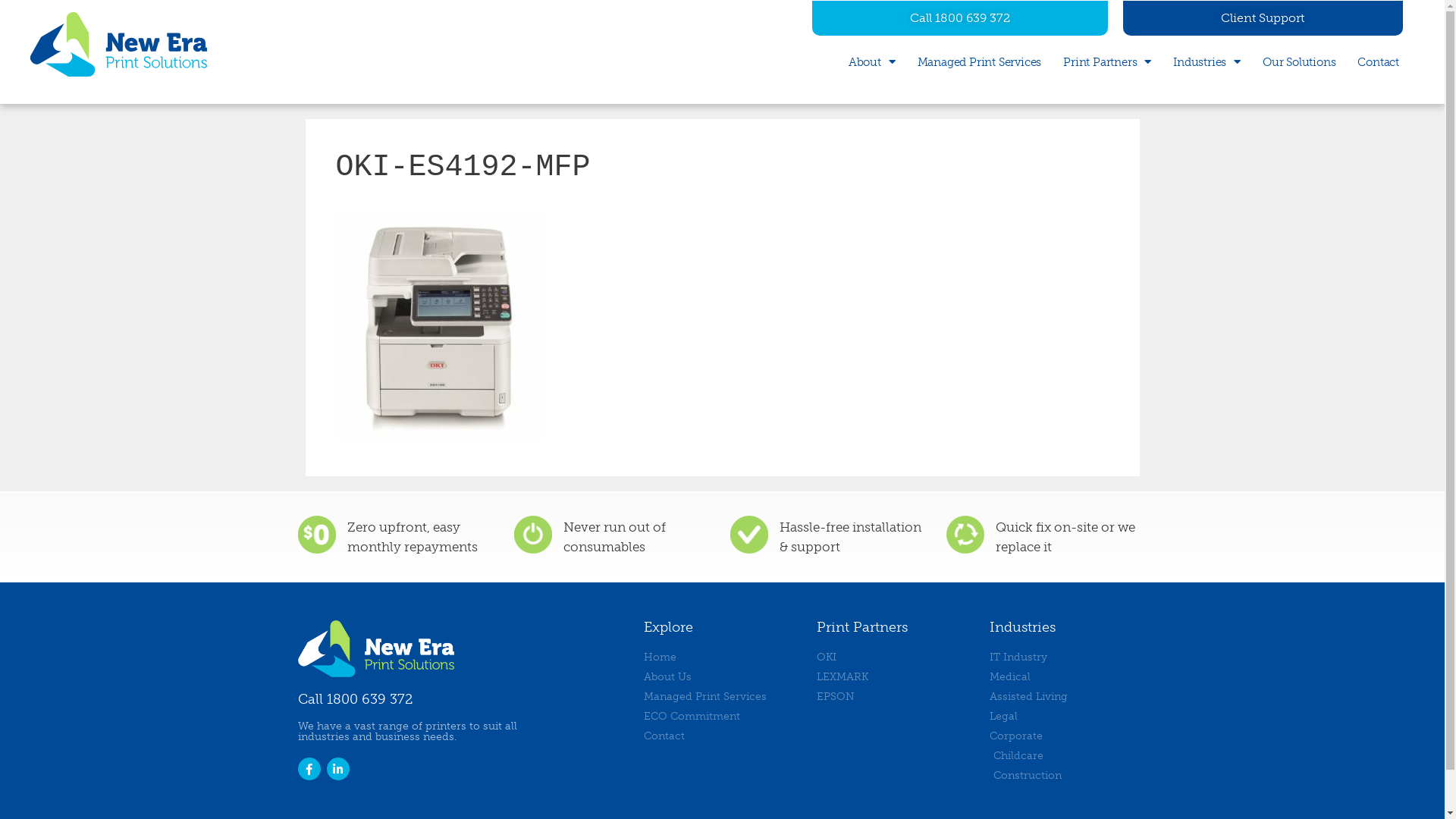 The height and width of the screenshot is (819, 1456). What do you see at coordinates (1066, 696) in the screenshot?
I see `'Assisted Living'` at bounding box center [1066, 696].